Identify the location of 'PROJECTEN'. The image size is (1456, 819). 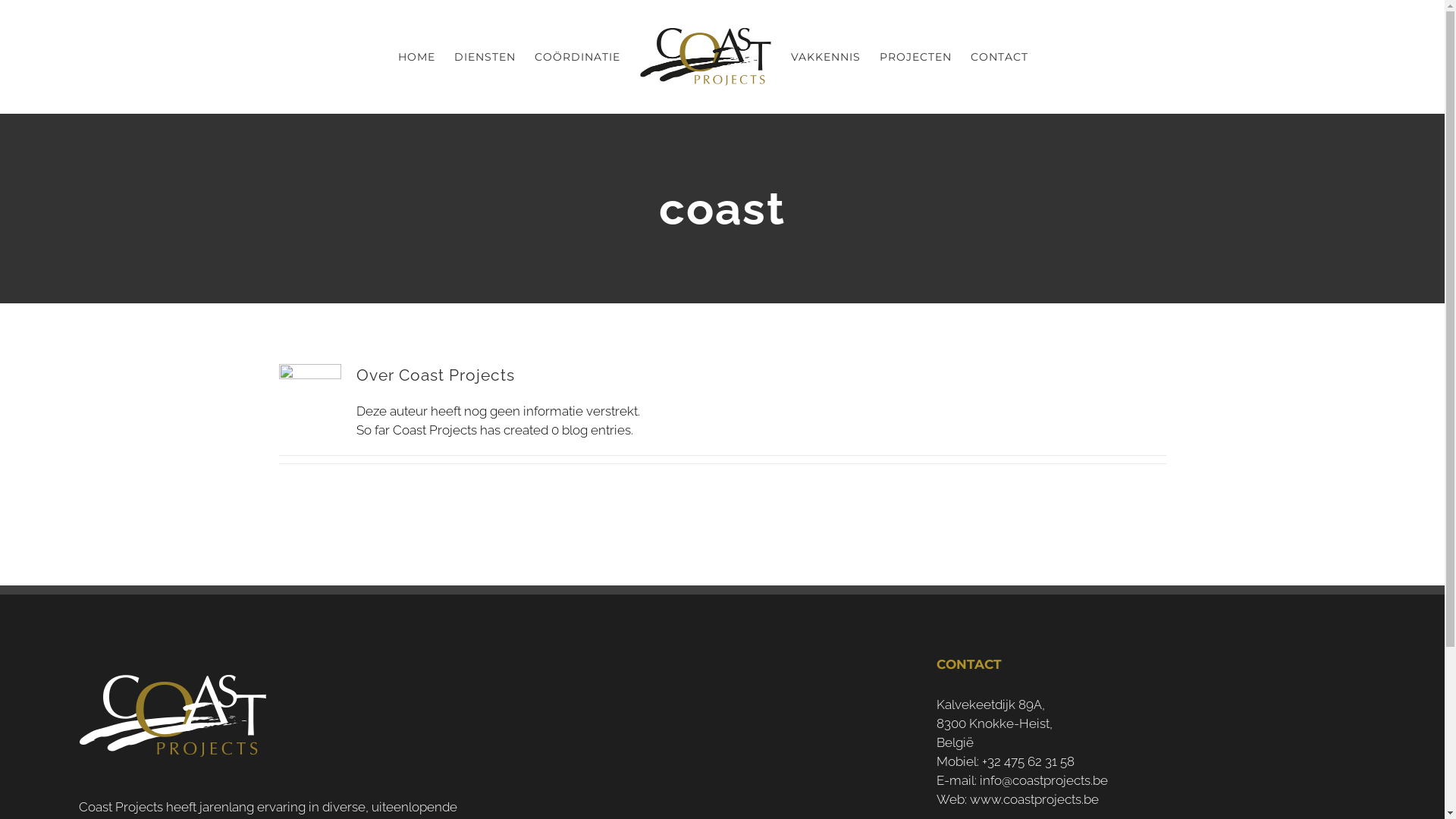
(880, 55).